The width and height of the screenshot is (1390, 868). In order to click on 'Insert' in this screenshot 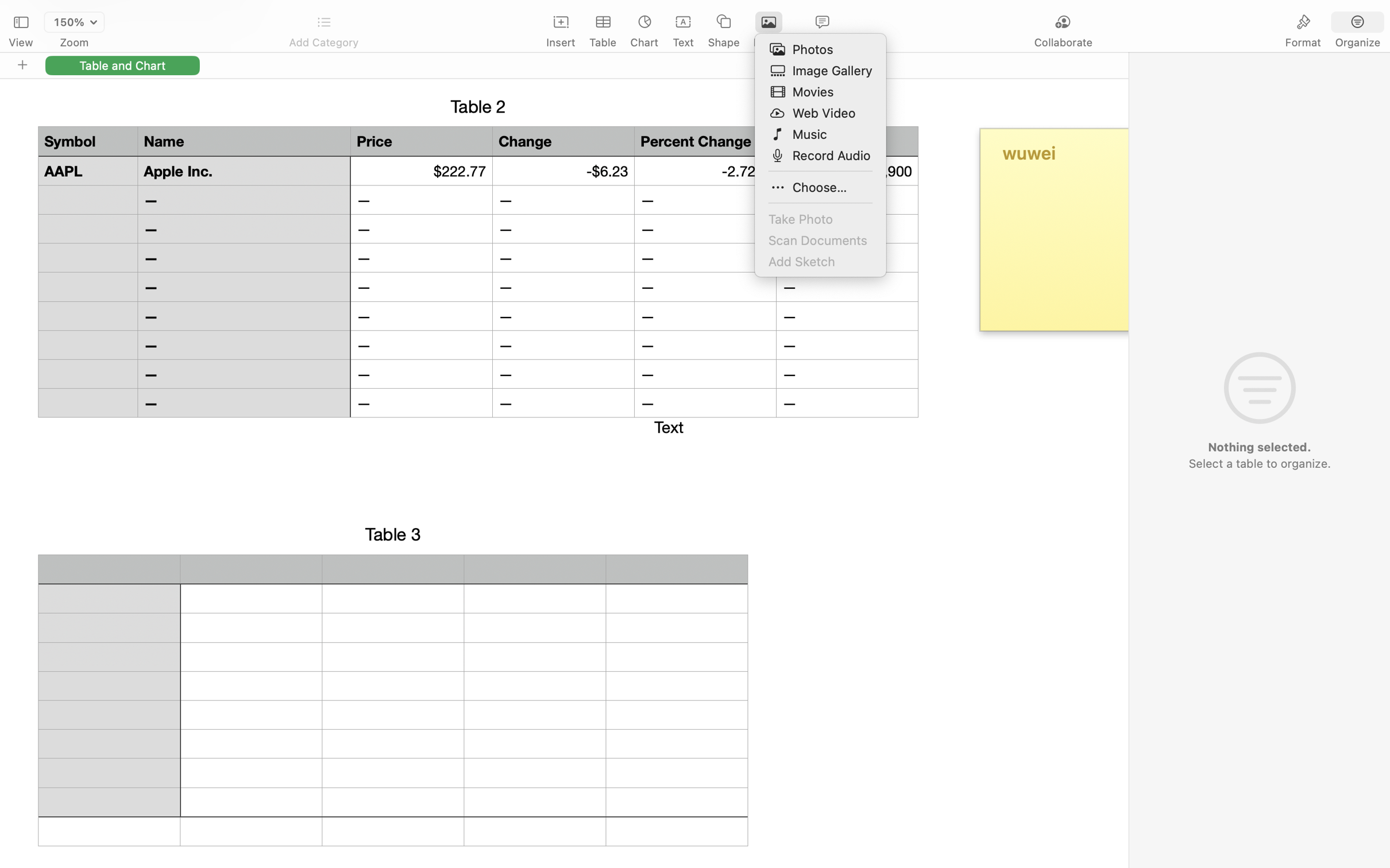, I will do `click(561, 42)`.